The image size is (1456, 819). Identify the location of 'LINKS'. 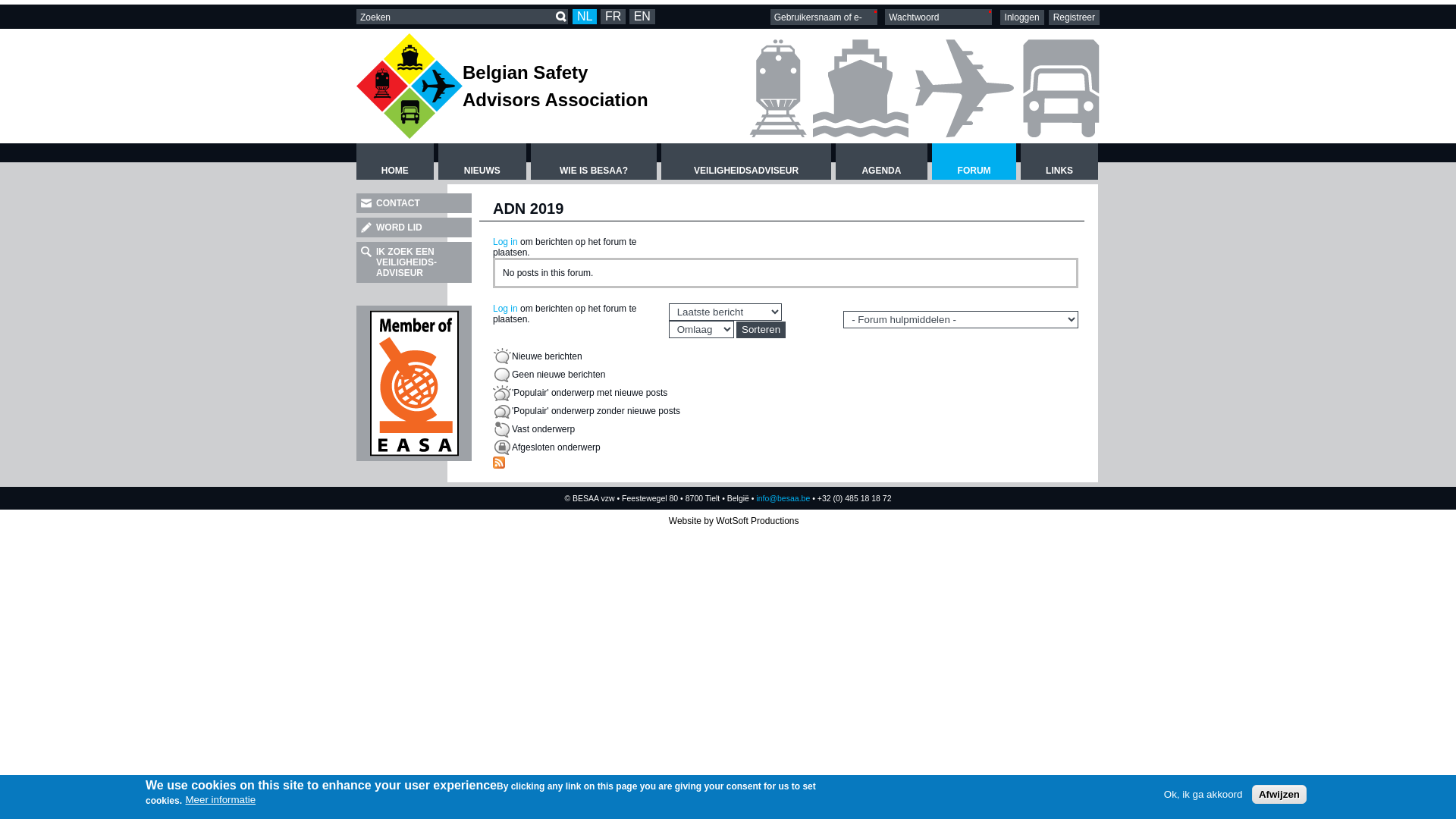
(1020, 161).